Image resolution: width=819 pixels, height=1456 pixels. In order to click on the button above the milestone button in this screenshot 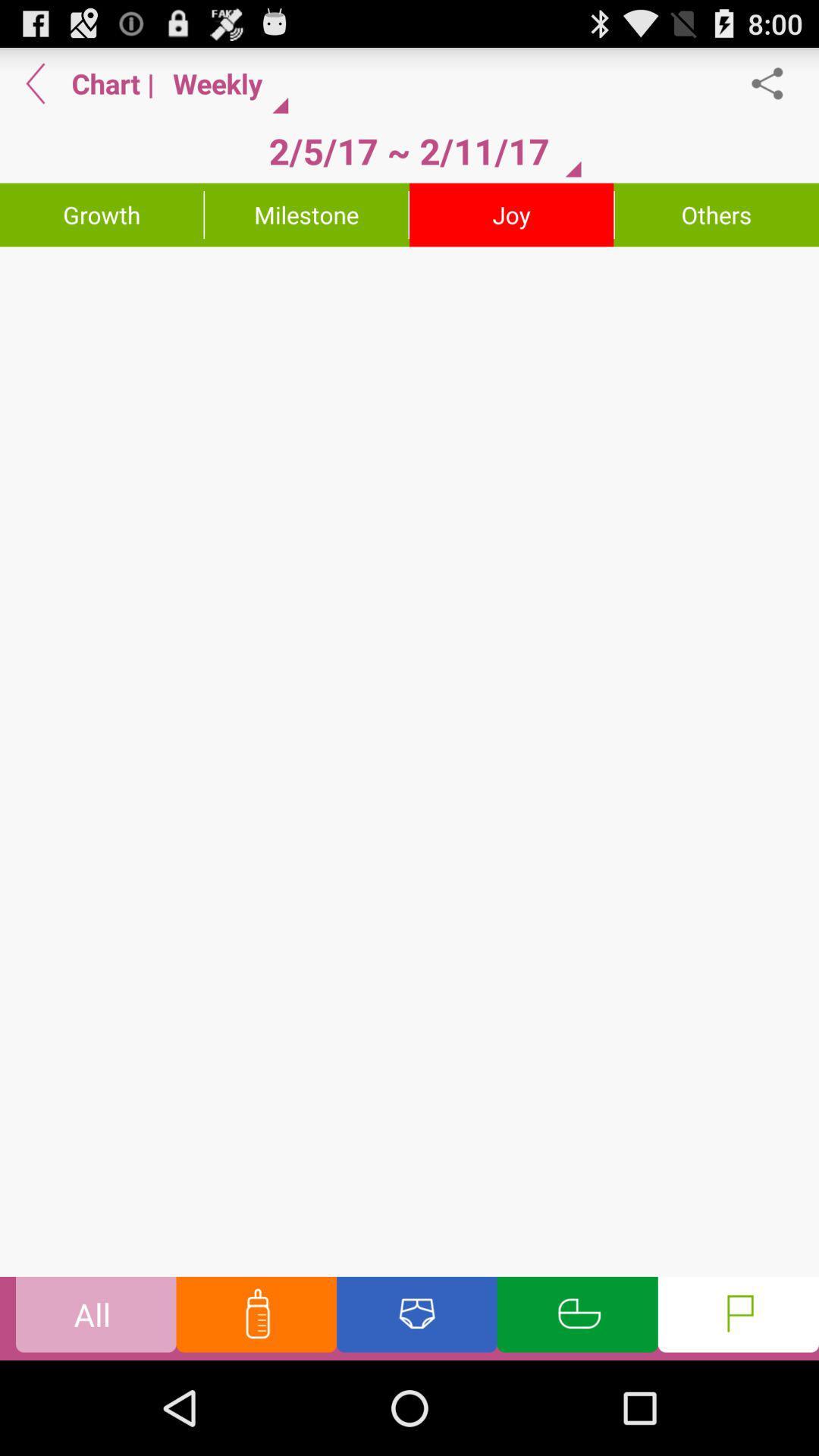, I will do `click(408, 151)`.